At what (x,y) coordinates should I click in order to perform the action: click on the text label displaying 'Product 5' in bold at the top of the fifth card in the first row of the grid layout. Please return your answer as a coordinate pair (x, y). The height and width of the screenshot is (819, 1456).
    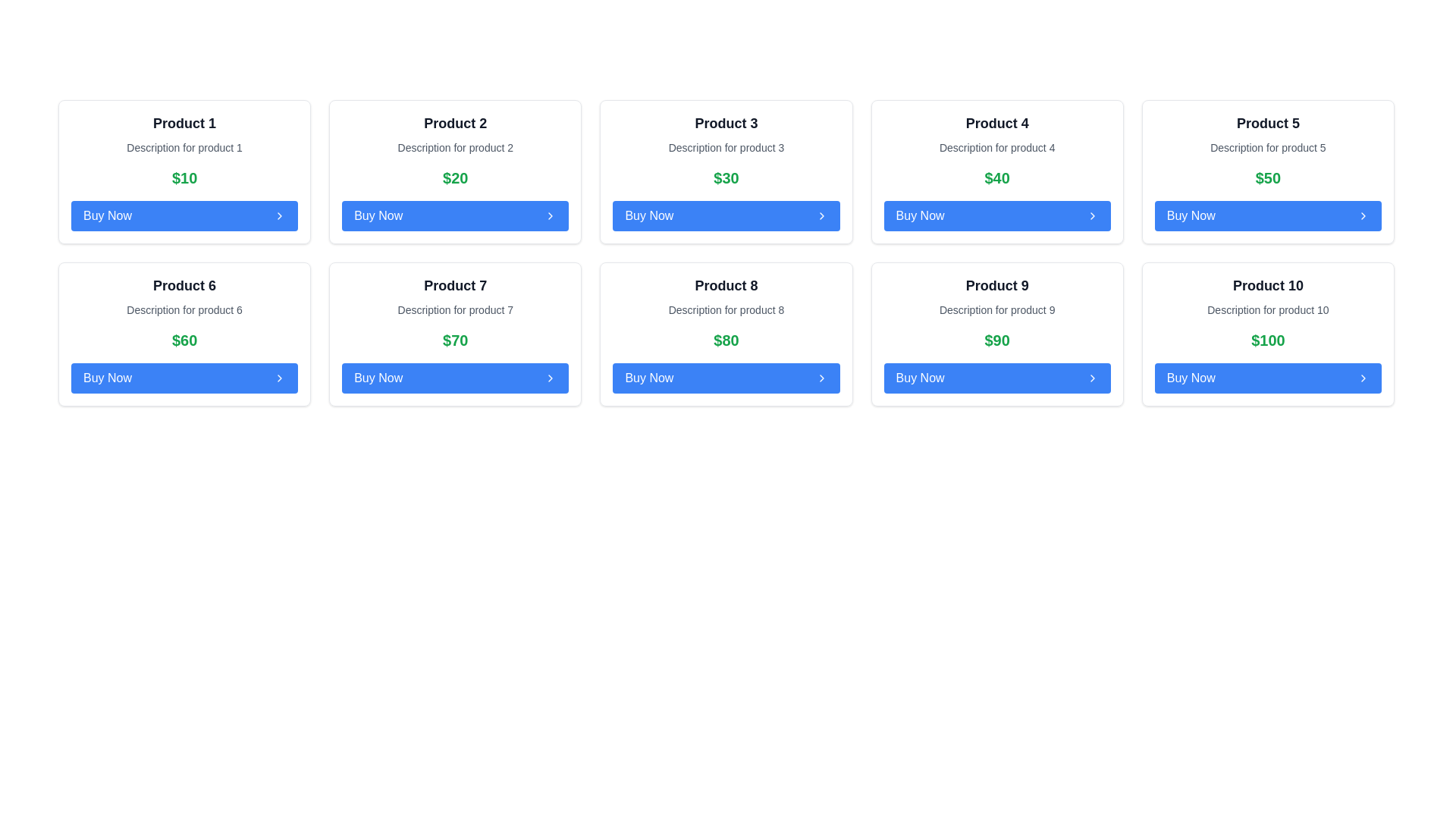
    Looking at the image, I should click on (1268, 122).